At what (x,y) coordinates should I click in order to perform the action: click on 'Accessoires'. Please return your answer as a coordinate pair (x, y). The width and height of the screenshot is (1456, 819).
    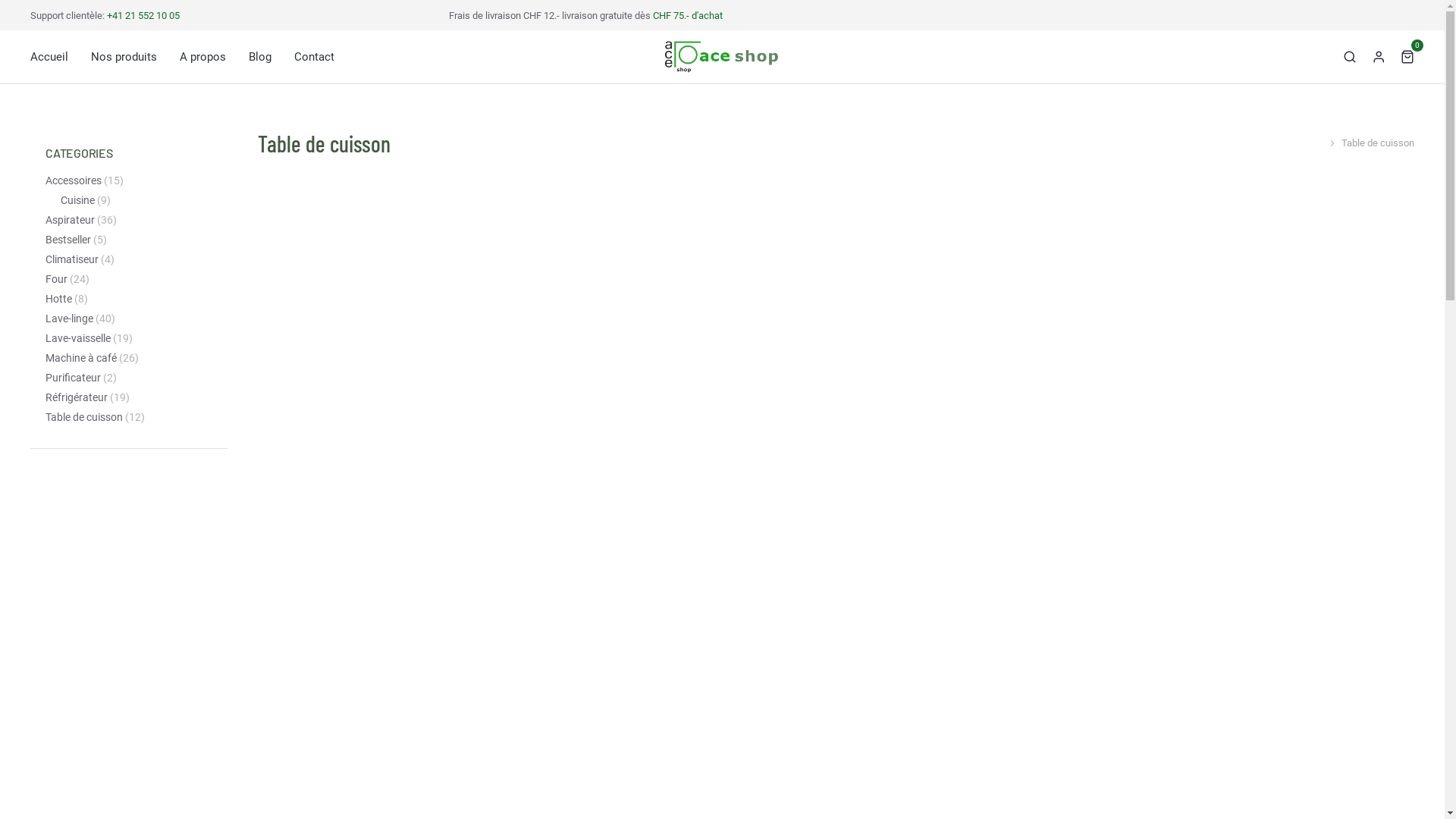
    Looking at the image, I should click on (72, 180).